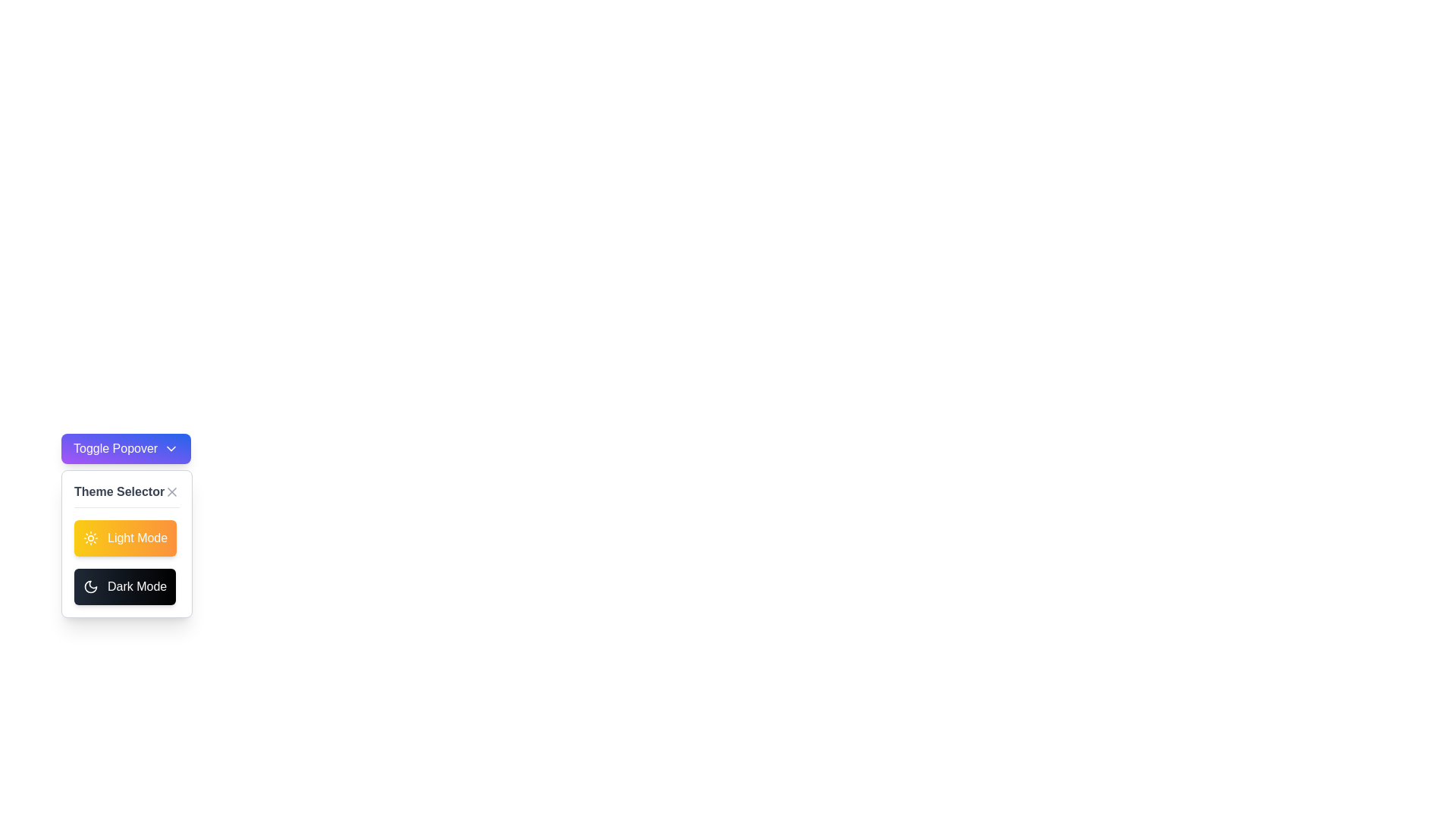 This screenshot has width=1456, height=819. I want to click on the gray circular button with a small 'X' symbol located, so click(172, 491).